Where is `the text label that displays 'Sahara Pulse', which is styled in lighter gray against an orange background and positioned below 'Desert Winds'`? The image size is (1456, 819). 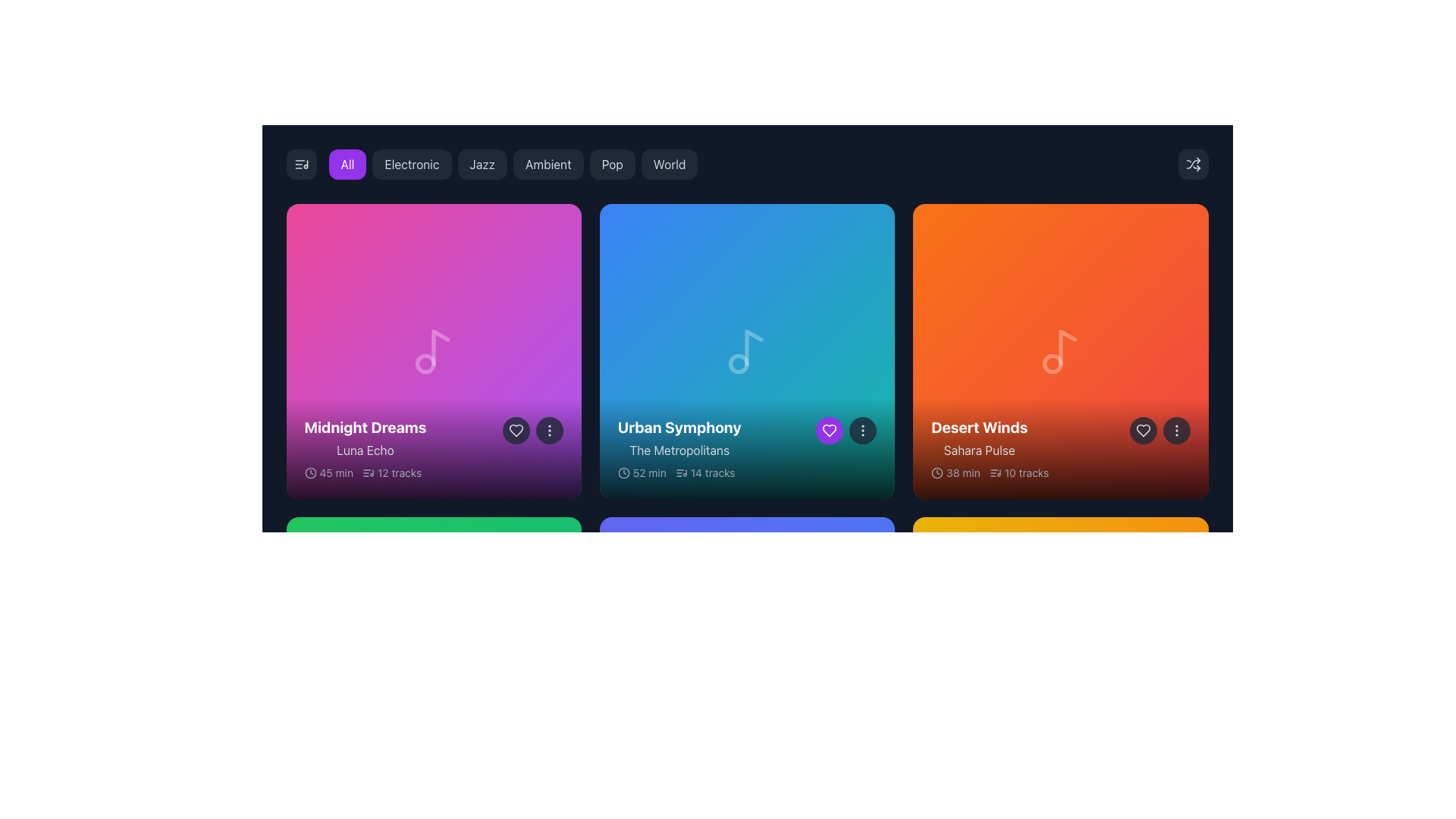
the text label that displays 'Sahara Pulse', which is styled in lighter gray against an orange background and positioned below 'Desert Winds' is located at coordinates (979, 450).